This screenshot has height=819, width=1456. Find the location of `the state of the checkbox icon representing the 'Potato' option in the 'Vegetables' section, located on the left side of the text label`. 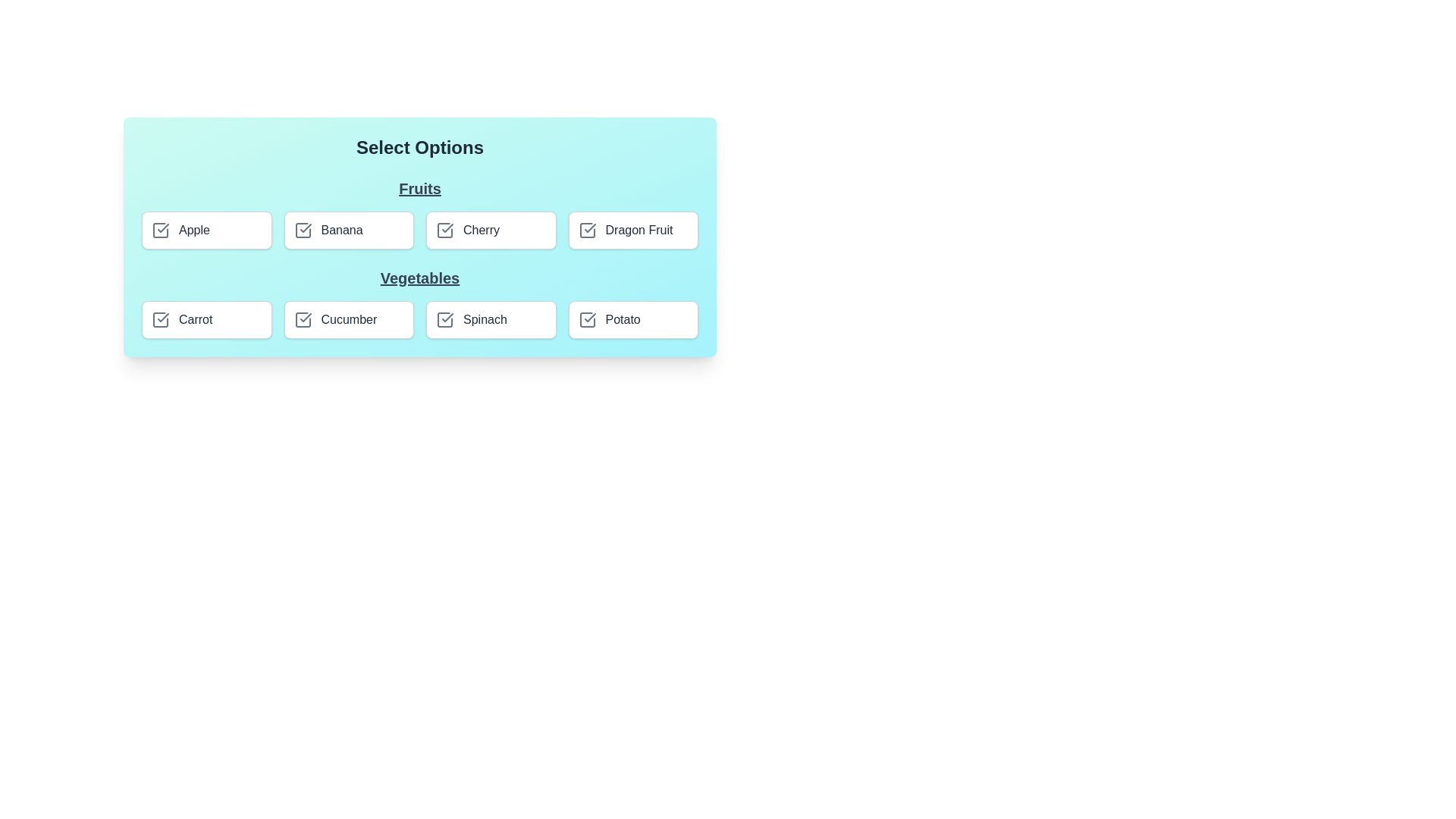

the state of the checkbox icon representing the 'Potato' option in the 'Vegetables' section, located on the left side of the text label is located at coordinates (586, 318).